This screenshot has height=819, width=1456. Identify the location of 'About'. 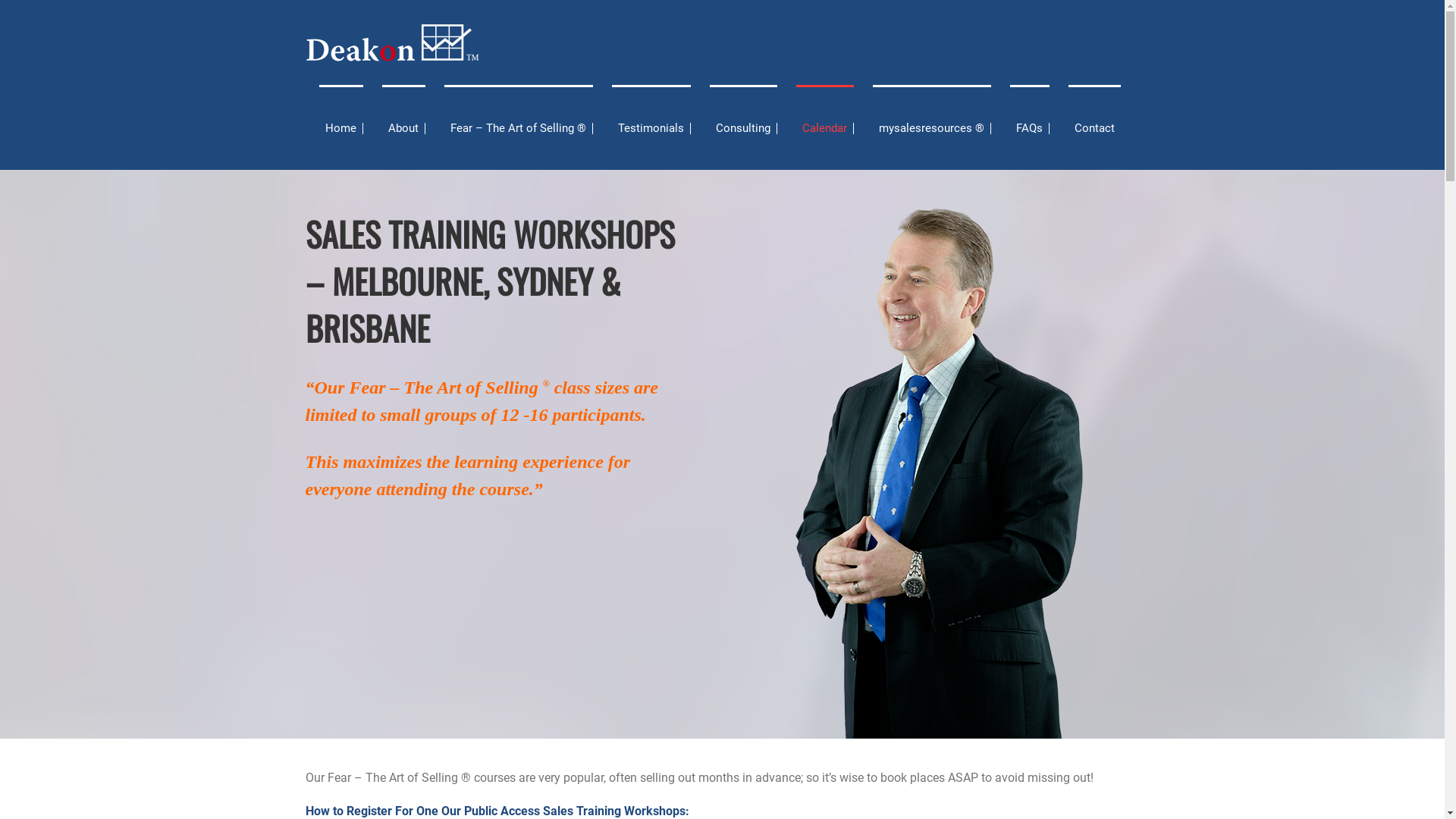
(403, 127).